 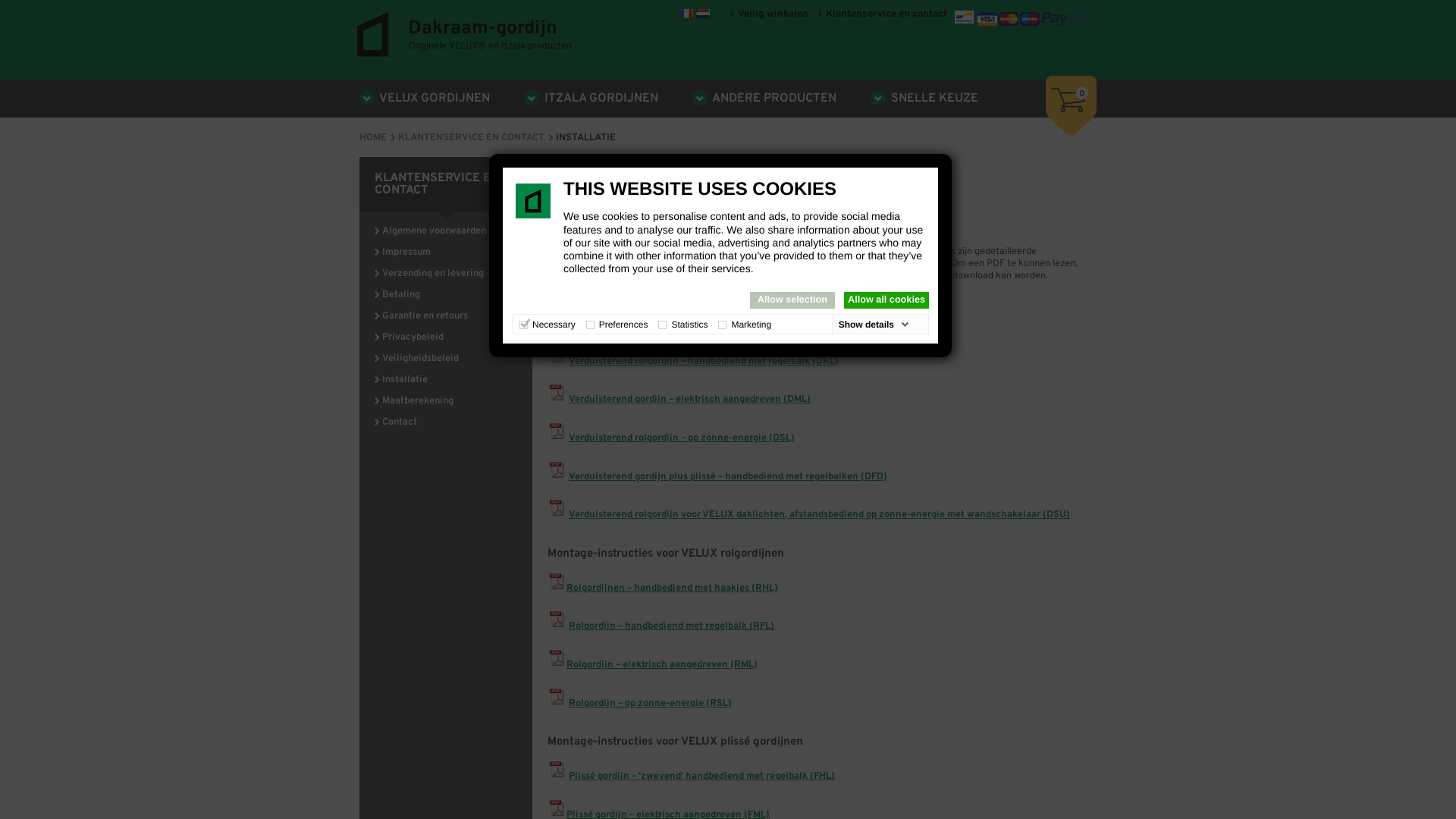 I want to click on 'HOME', so click(x=378, y=137).